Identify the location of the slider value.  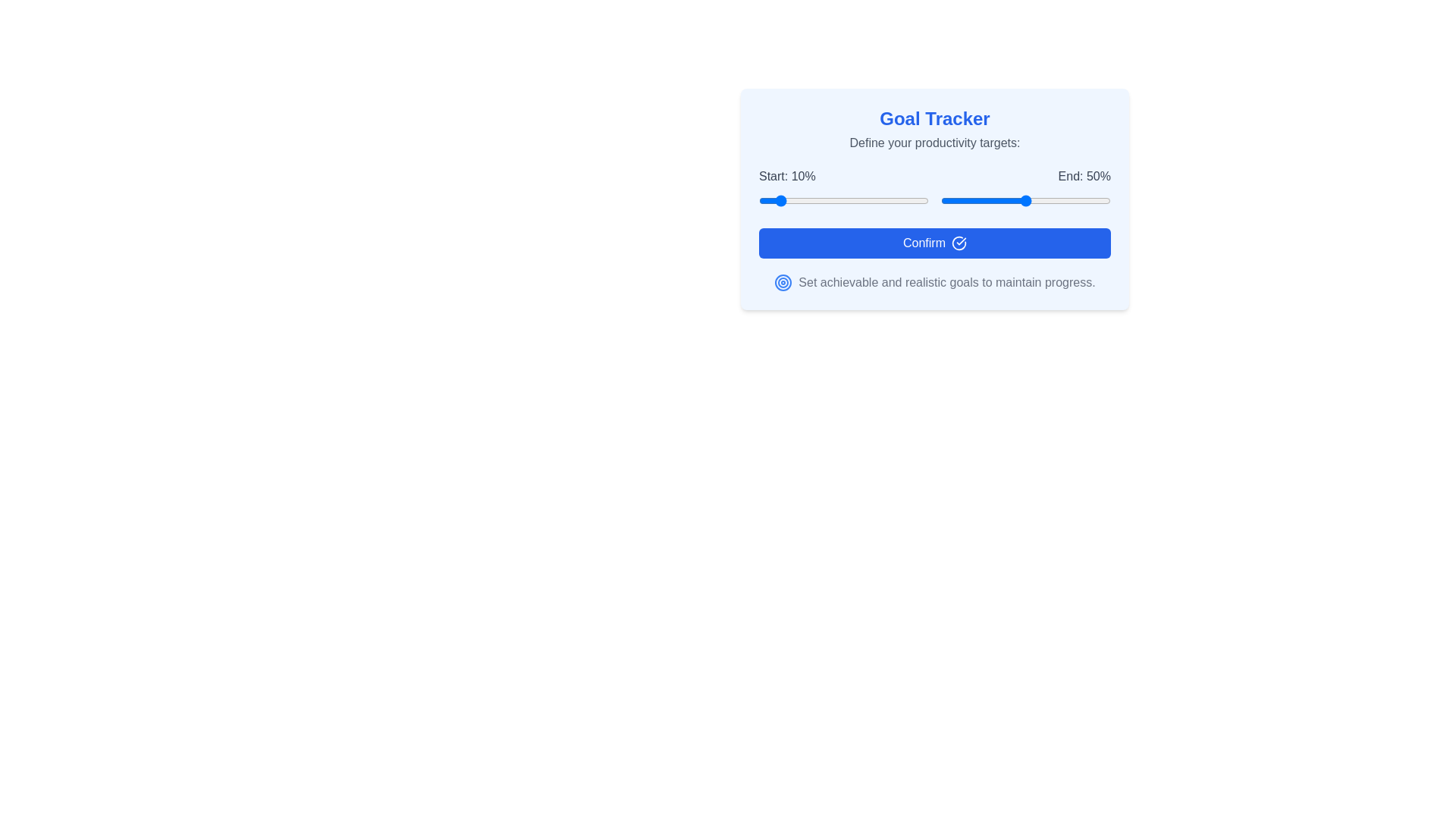
(792, 200).